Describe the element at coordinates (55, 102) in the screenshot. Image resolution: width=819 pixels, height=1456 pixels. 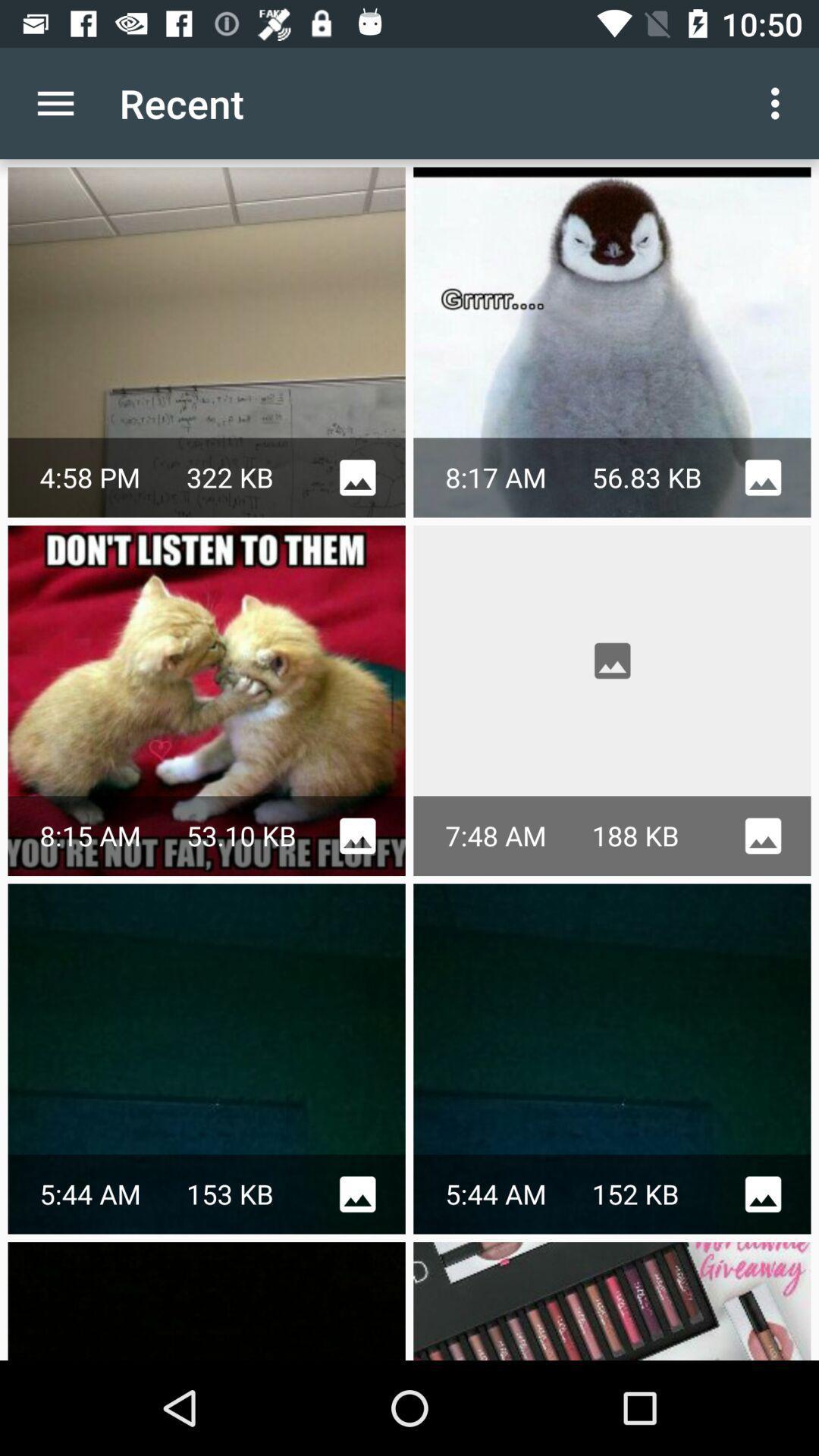
I see `the app to the left of the recent item` at that location.